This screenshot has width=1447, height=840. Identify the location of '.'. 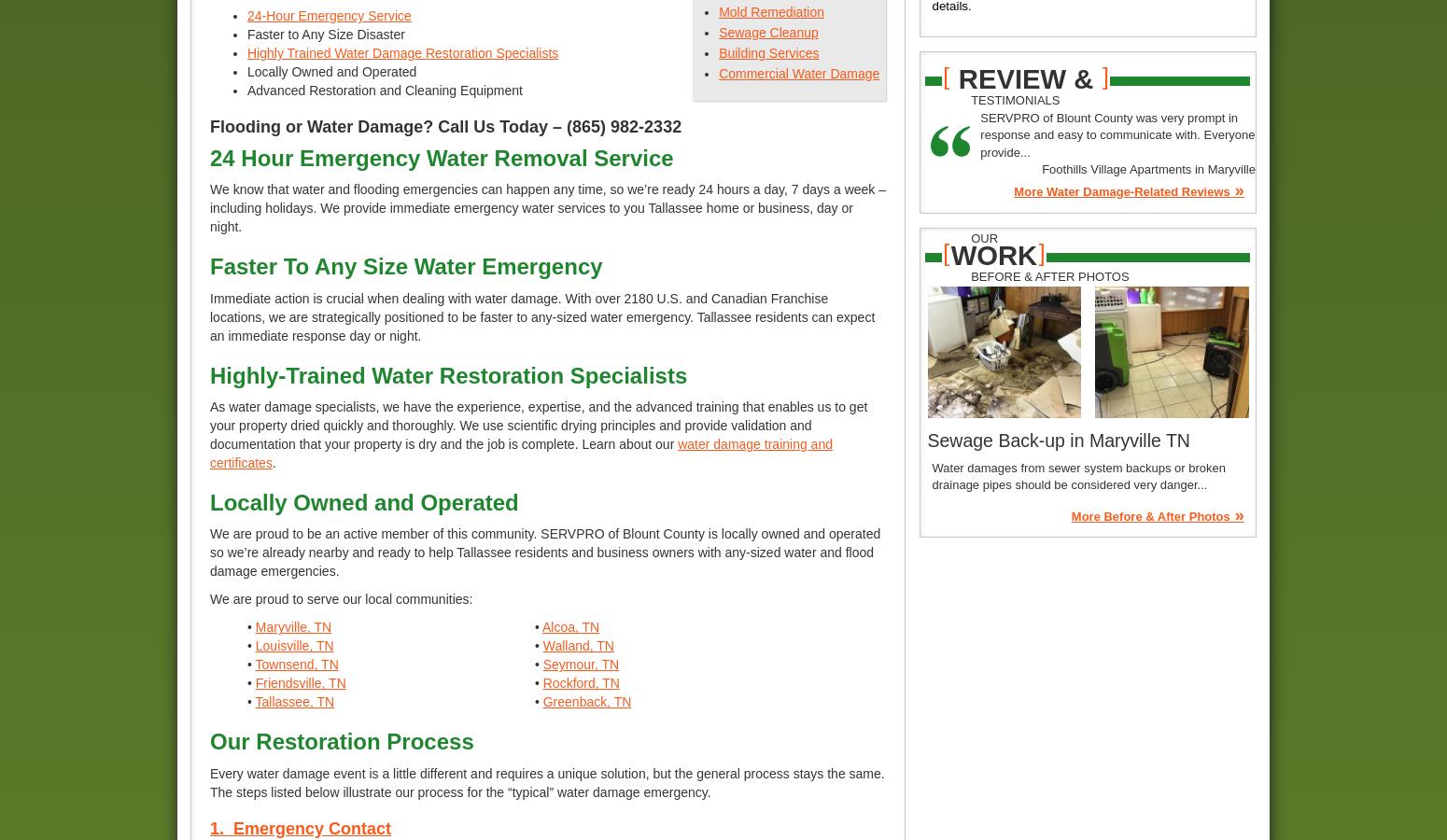
(273, 461).